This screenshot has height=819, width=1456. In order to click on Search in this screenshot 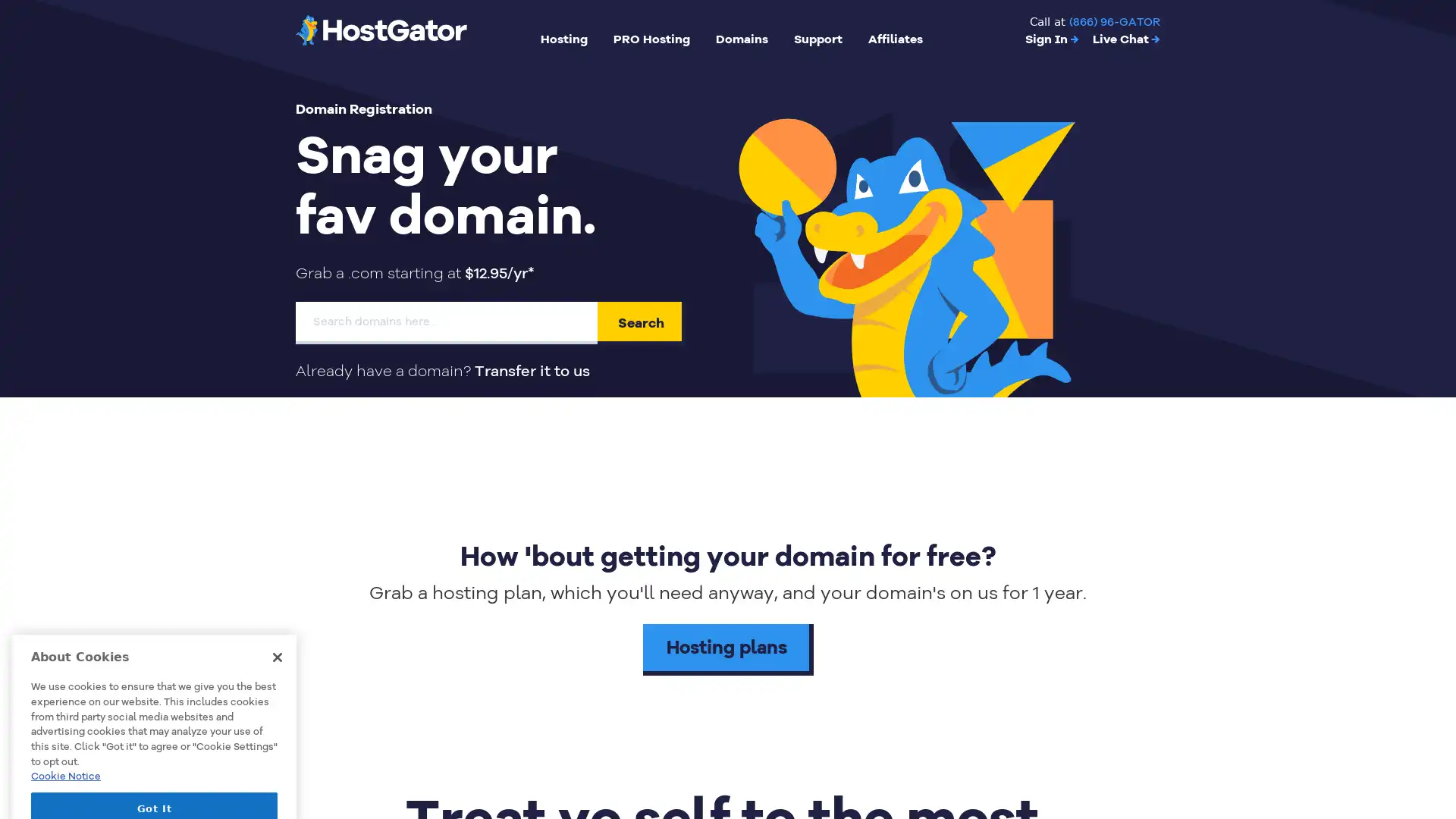, I will do `click(641, 322)`.